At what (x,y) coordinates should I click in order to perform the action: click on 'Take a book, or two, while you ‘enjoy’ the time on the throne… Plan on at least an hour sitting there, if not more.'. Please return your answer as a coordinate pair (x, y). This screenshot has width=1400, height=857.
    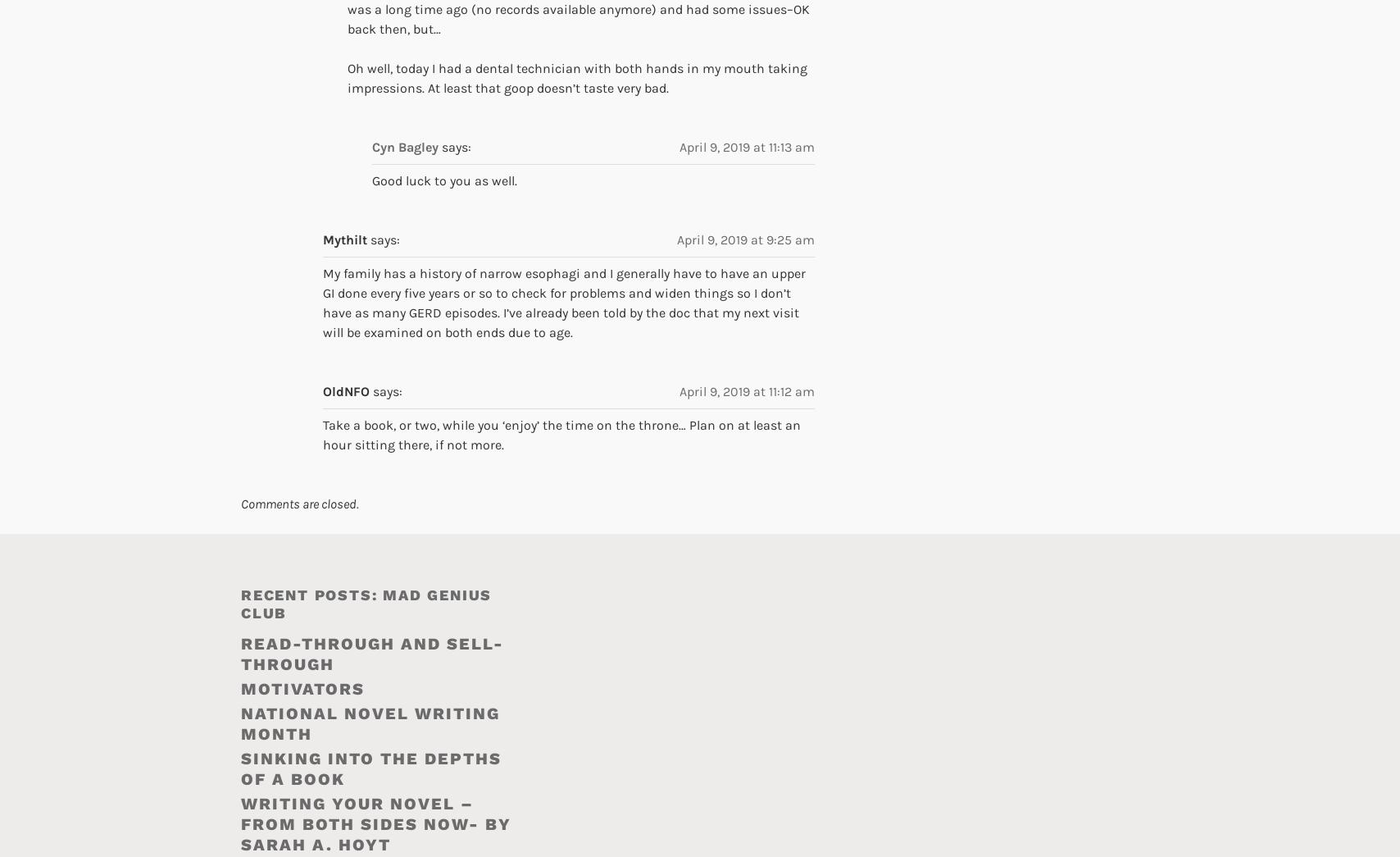
    Looking at the image, I should click on (561, 434).